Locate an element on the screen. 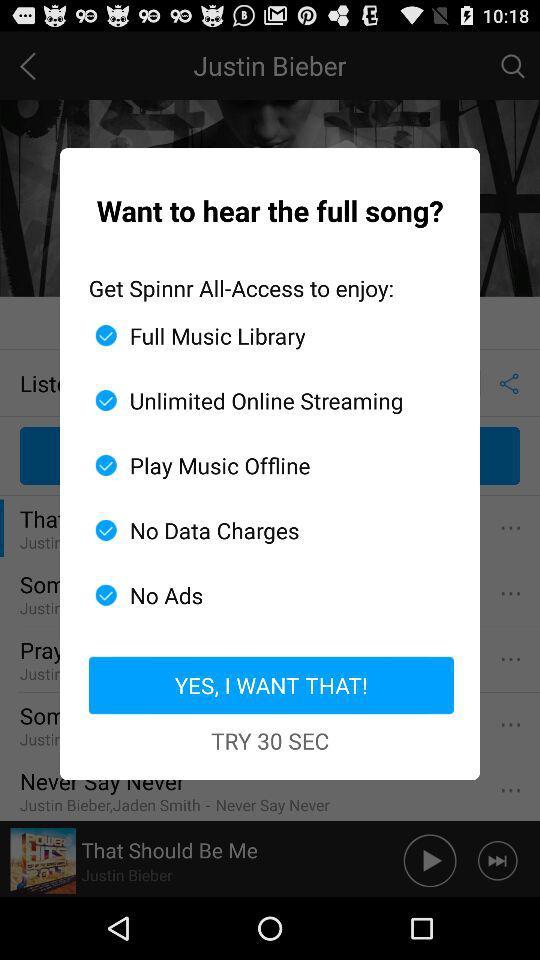  the icon below the play music offline item is located at coordinates (262, 529).